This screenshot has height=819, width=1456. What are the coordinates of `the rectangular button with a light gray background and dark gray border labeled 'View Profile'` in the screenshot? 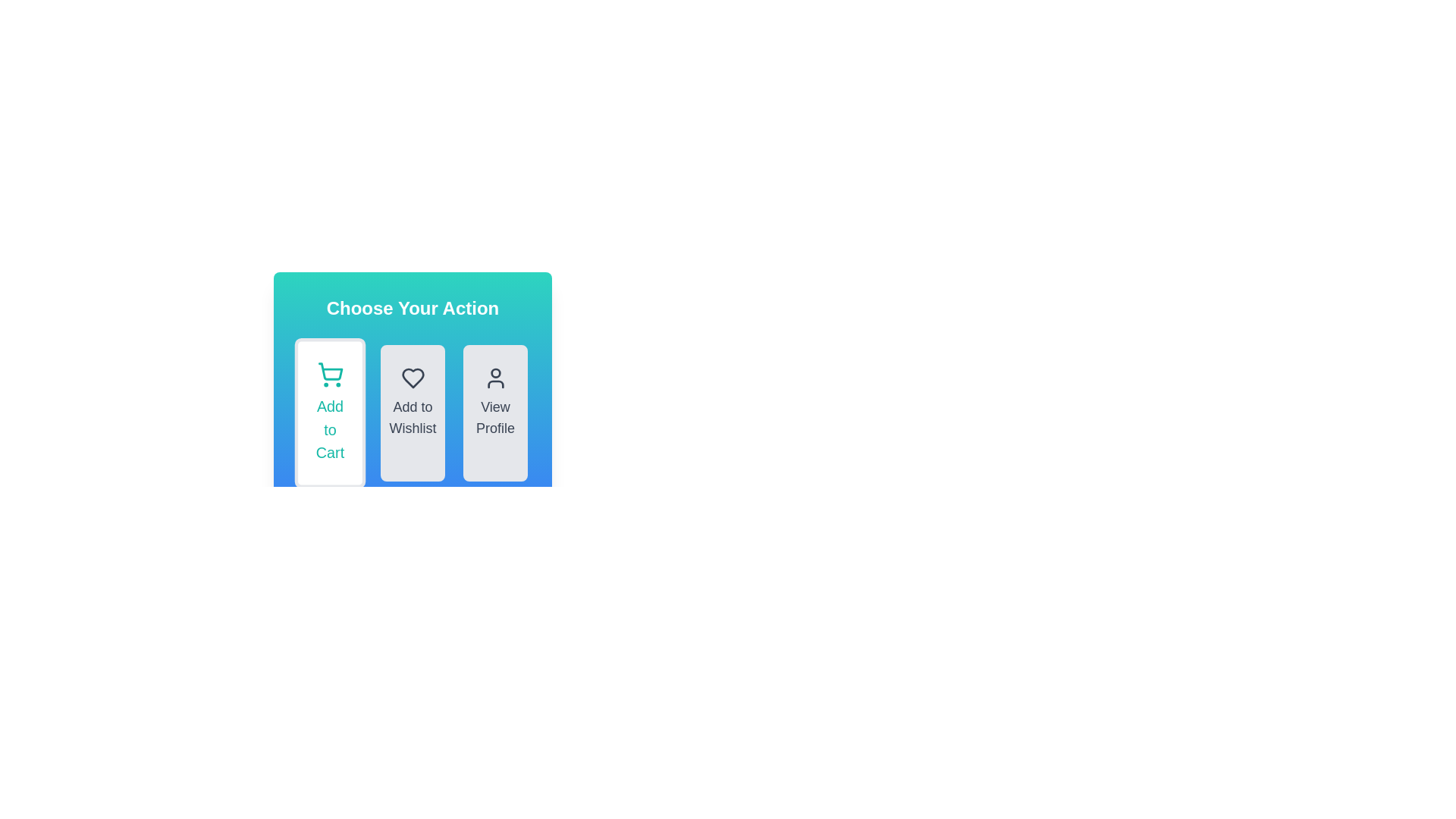 It's located at (495, 413).